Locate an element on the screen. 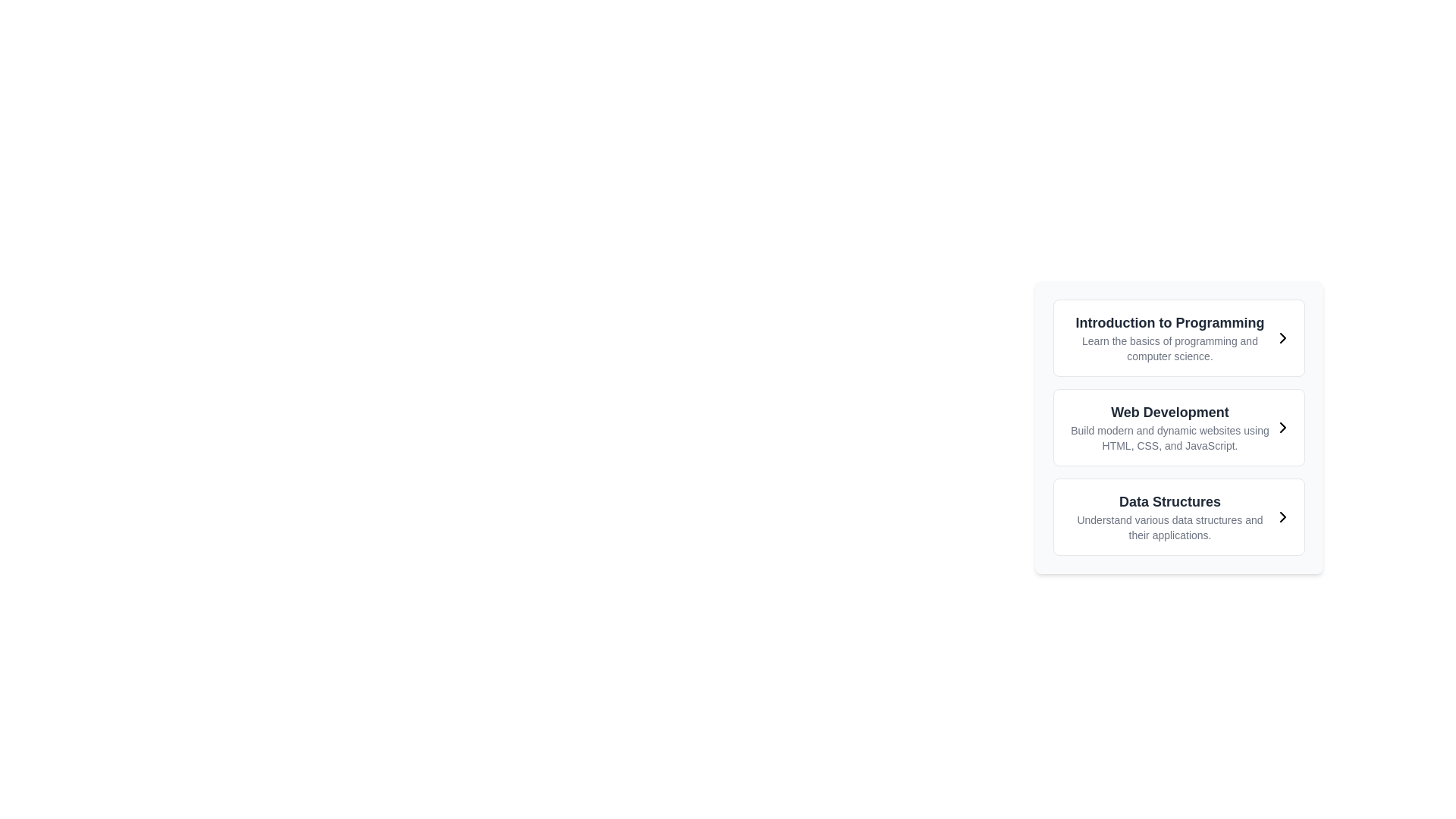 The image size is (1456, 819). the 'Data Structures' list item, which features a bold heading and a navigation icon is located at coordinates (1178, 516).